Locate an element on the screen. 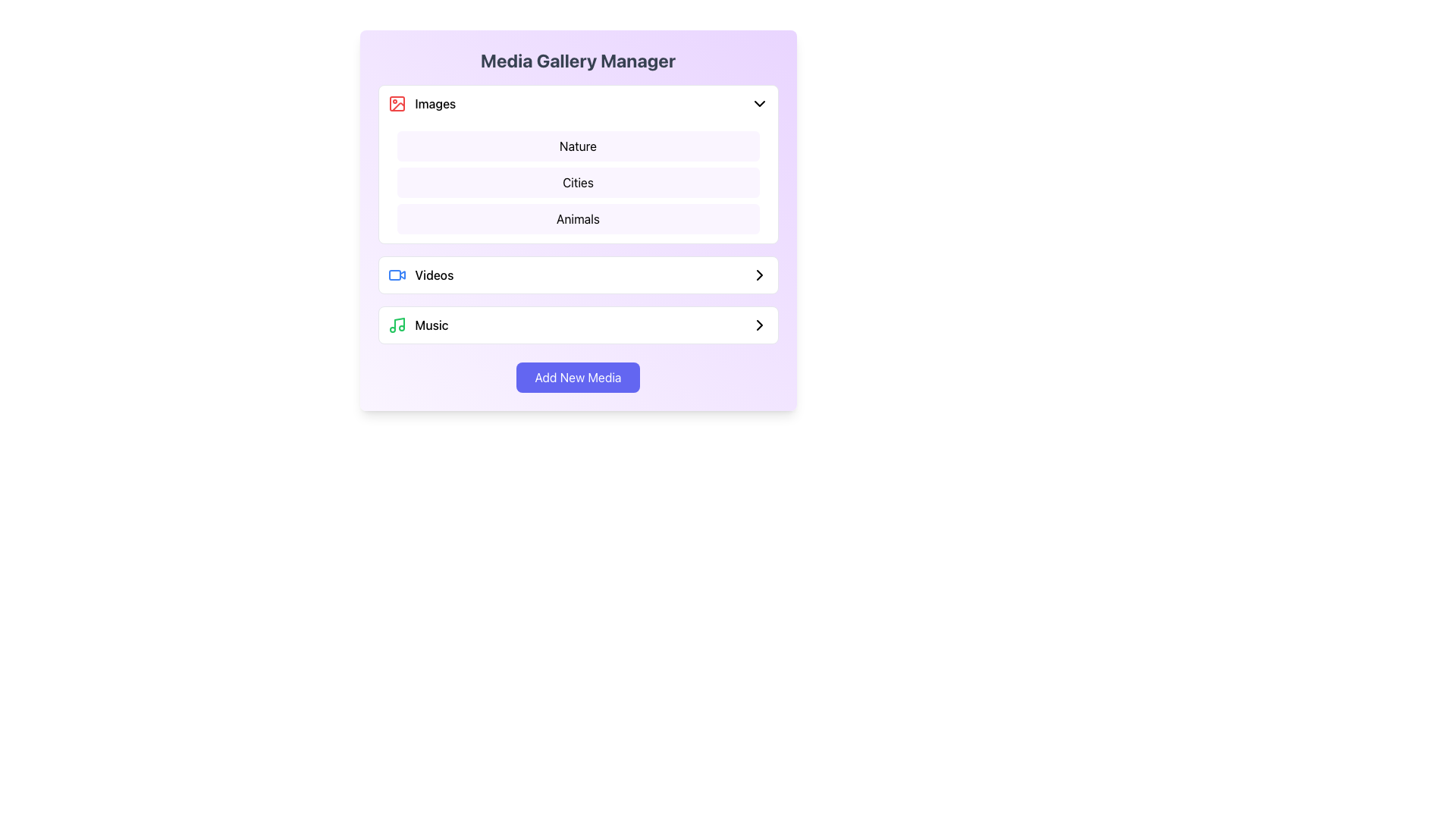 This screenshot has width=1456, height=819. the forward arrow icon, which is a clean, modern outline style arrowhead pointing to the right, located to the right of the 'Music' option, to receive the tooltip is located at coordinates (759, 275).